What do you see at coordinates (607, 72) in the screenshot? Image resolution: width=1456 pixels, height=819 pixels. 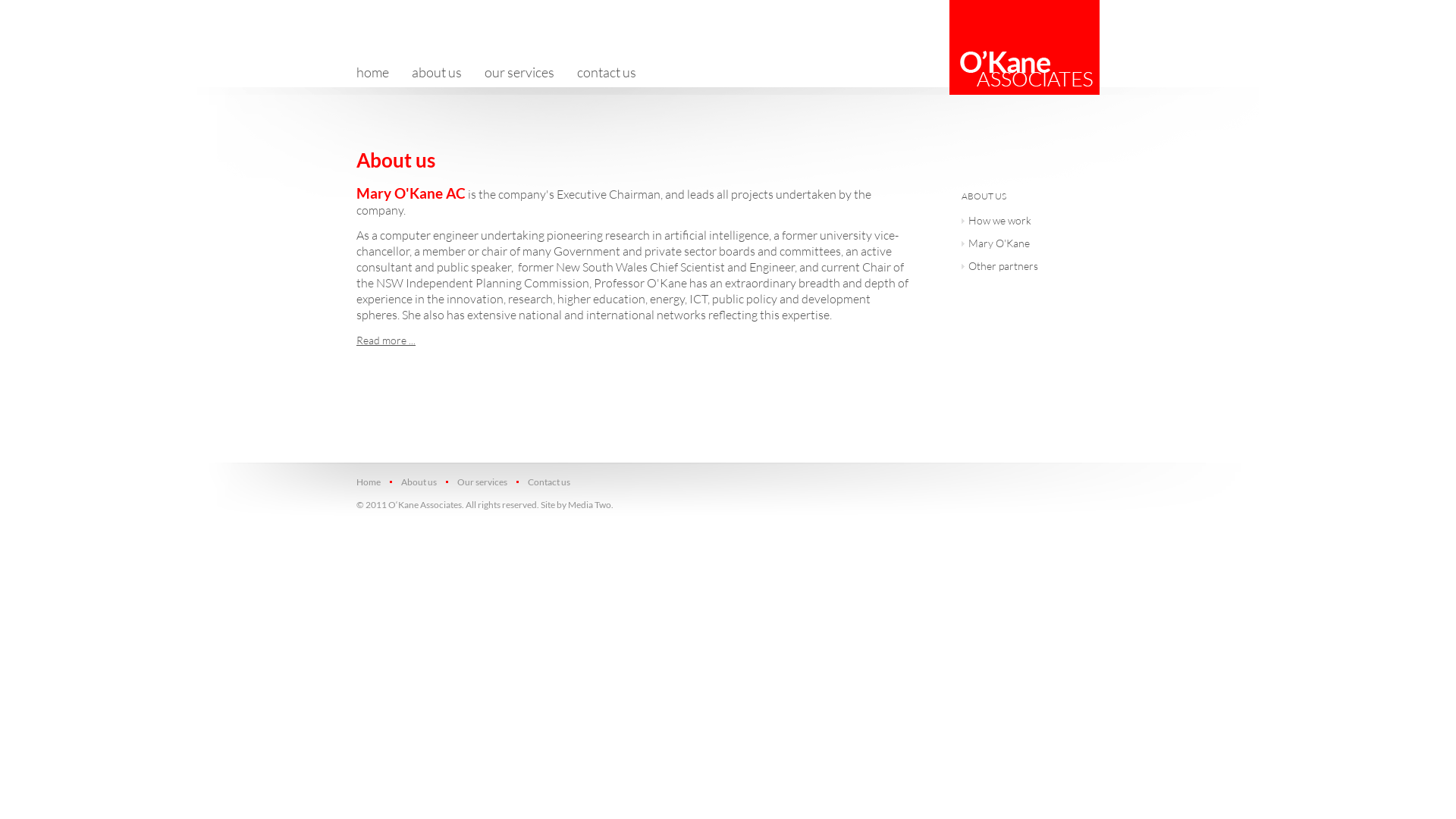 I see `'contact us'` at bounding box center [607, 72].